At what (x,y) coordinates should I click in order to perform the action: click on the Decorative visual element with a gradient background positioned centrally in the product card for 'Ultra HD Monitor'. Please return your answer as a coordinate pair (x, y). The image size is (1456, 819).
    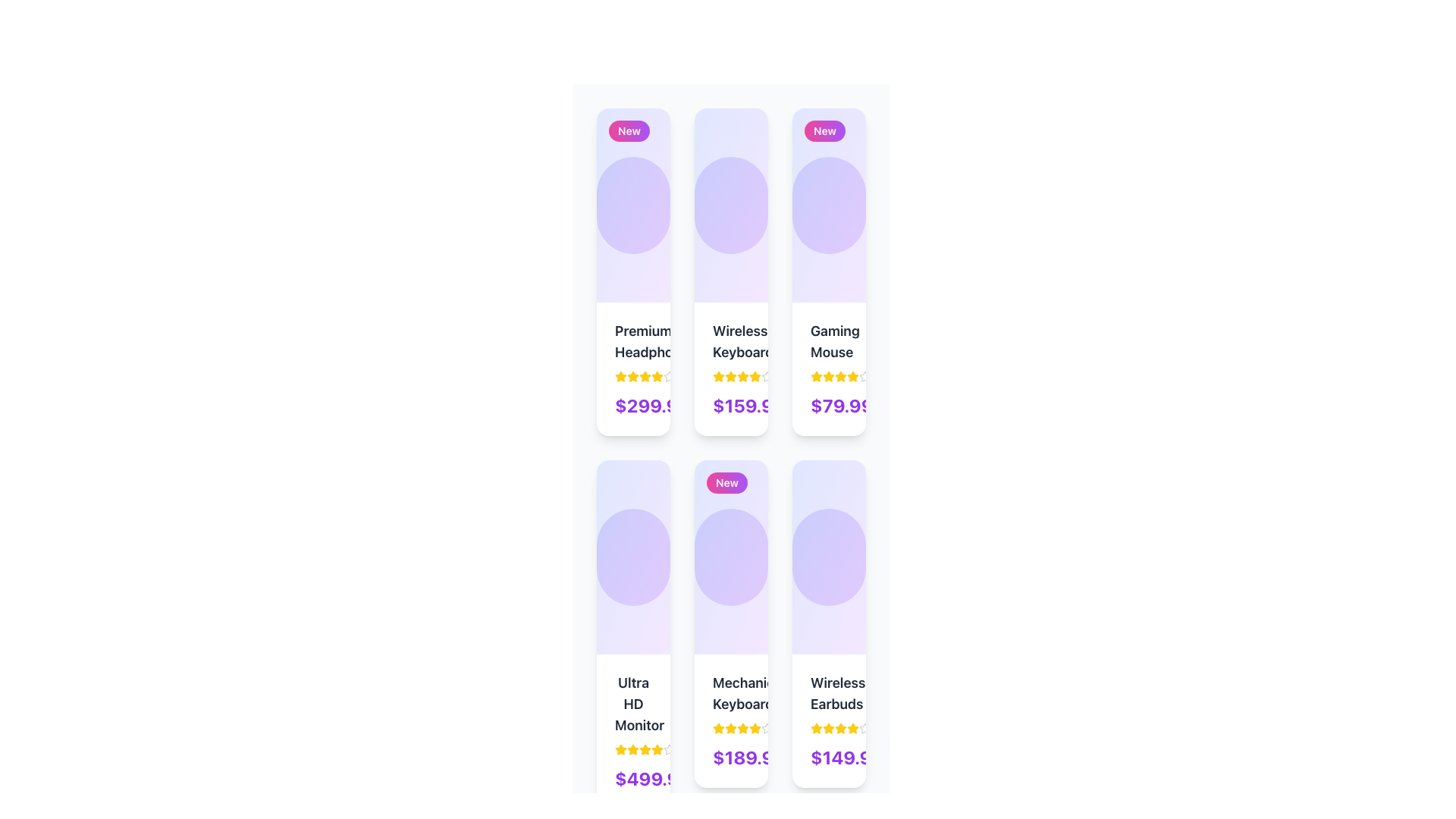
    Looking at the image, I should click on (633, 557).